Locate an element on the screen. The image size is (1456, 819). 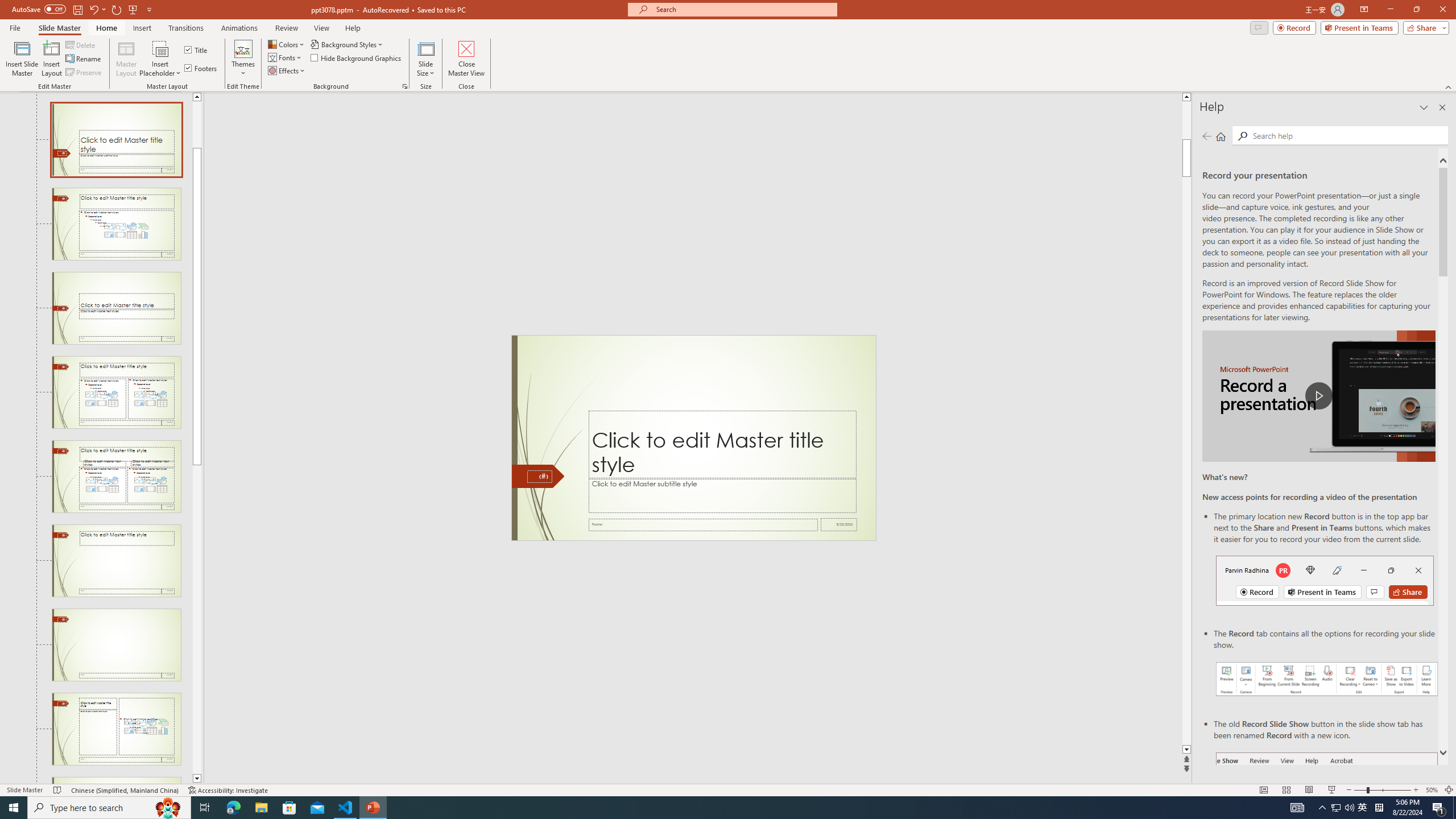
'Slide Master' is located at coordinates (59, 28).